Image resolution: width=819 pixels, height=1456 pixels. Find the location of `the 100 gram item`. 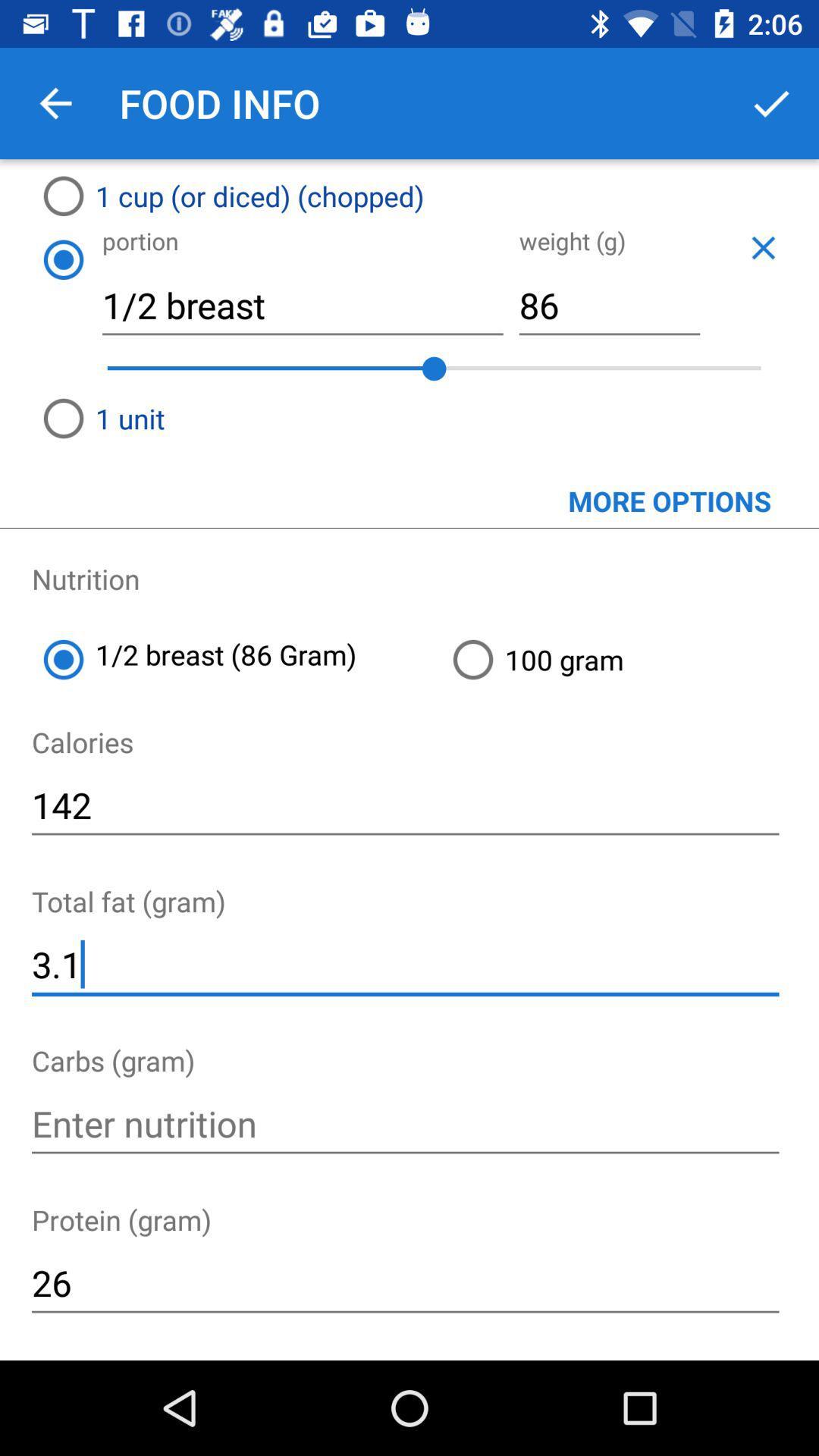

the 100 gram item is located at coordinates (629, 659).